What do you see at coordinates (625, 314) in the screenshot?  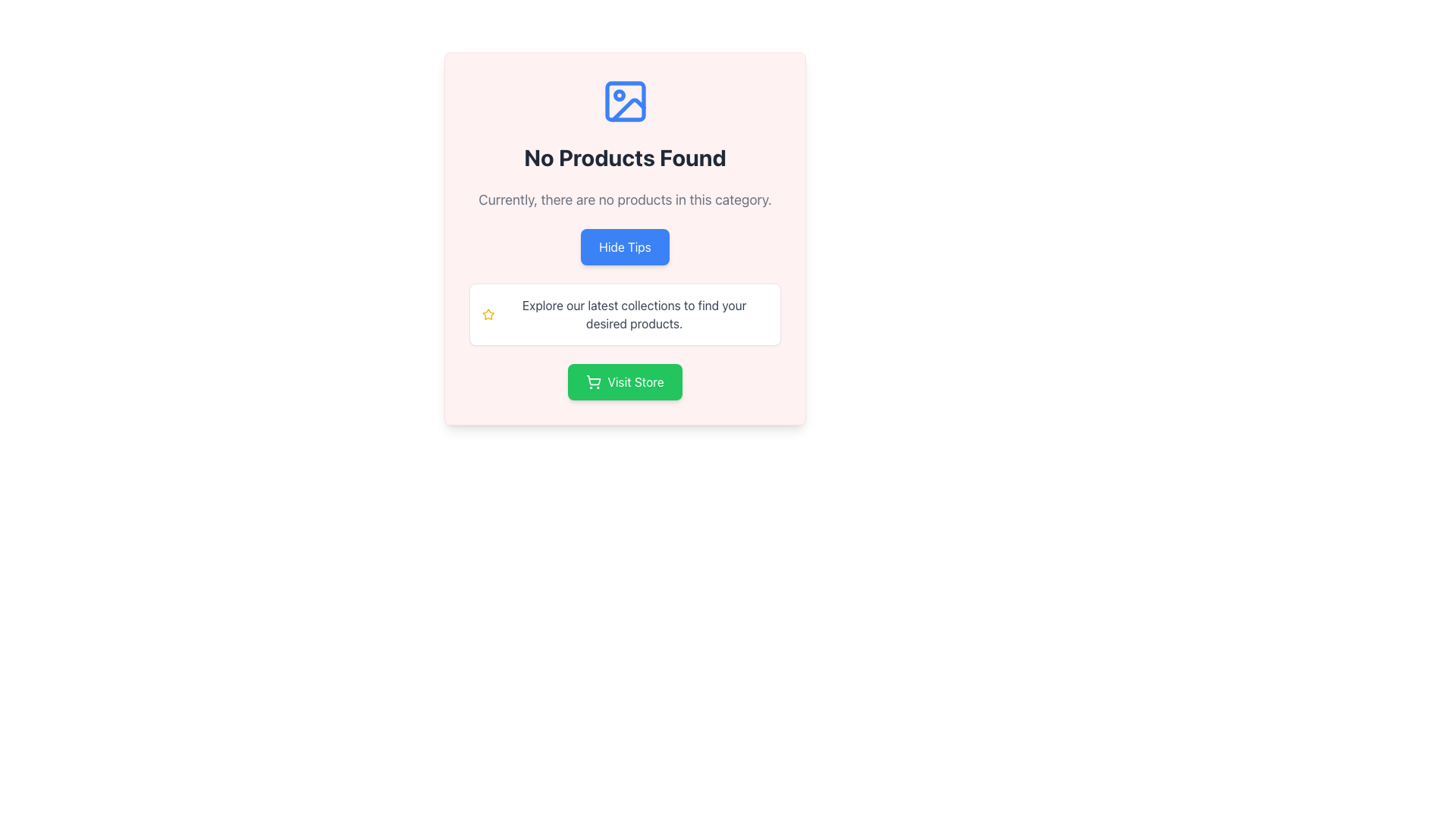 I see `the Static Text with Icon element that displays the message 'Explore our latest collections to find your desired products.'` at bounding box center [625, 314].